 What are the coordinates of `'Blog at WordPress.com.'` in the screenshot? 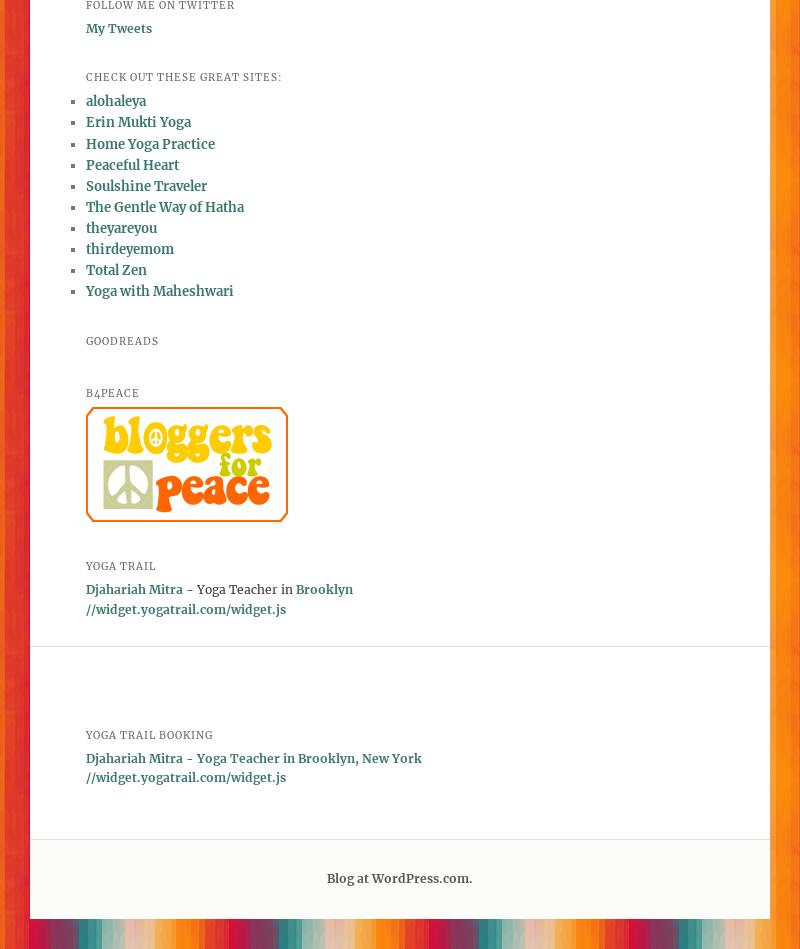 It's located at (326, 877).